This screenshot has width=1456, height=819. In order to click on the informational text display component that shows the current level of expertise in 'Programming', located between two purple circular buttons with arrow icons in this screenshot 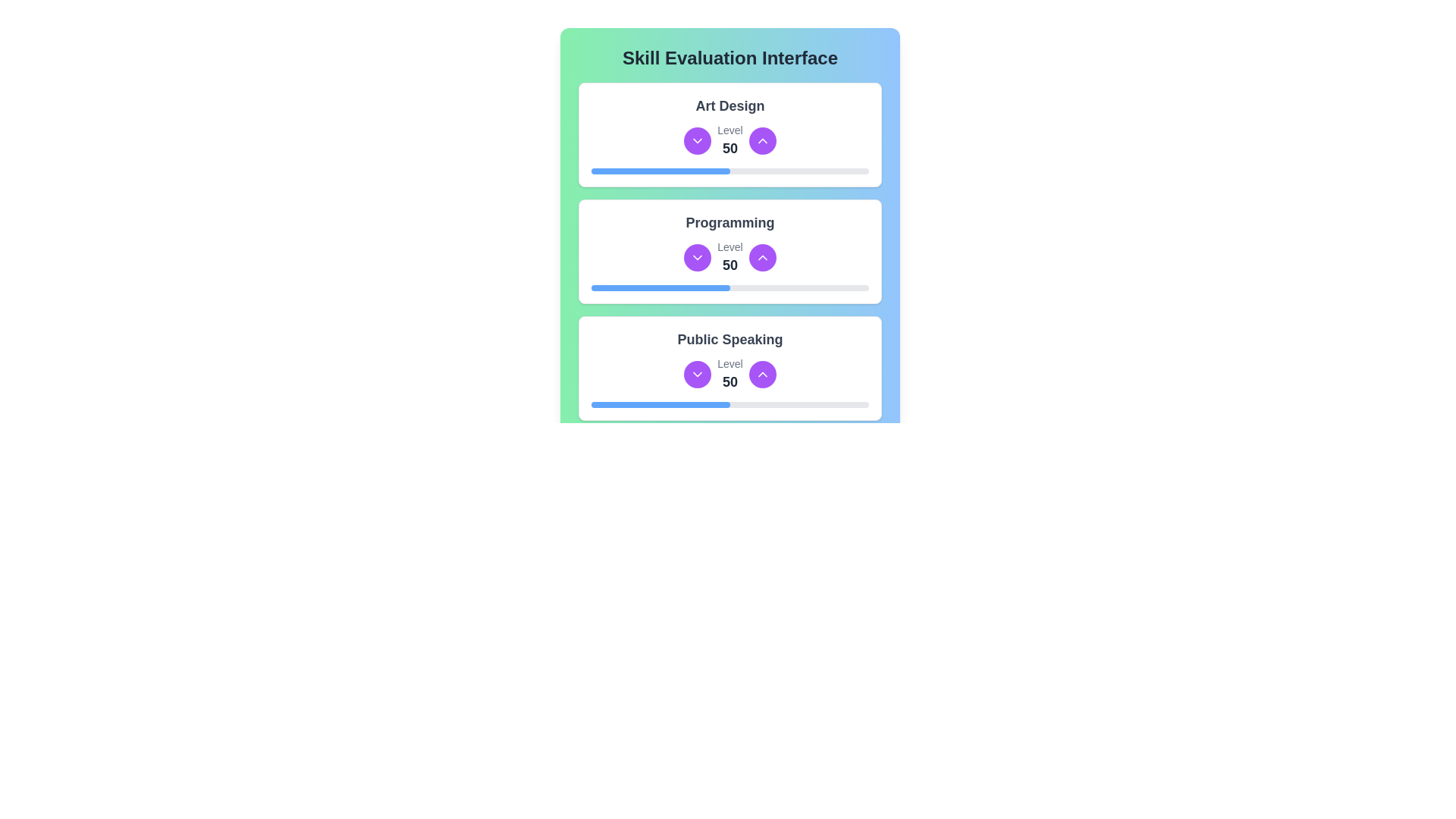, I will do `click(730, 256)`.